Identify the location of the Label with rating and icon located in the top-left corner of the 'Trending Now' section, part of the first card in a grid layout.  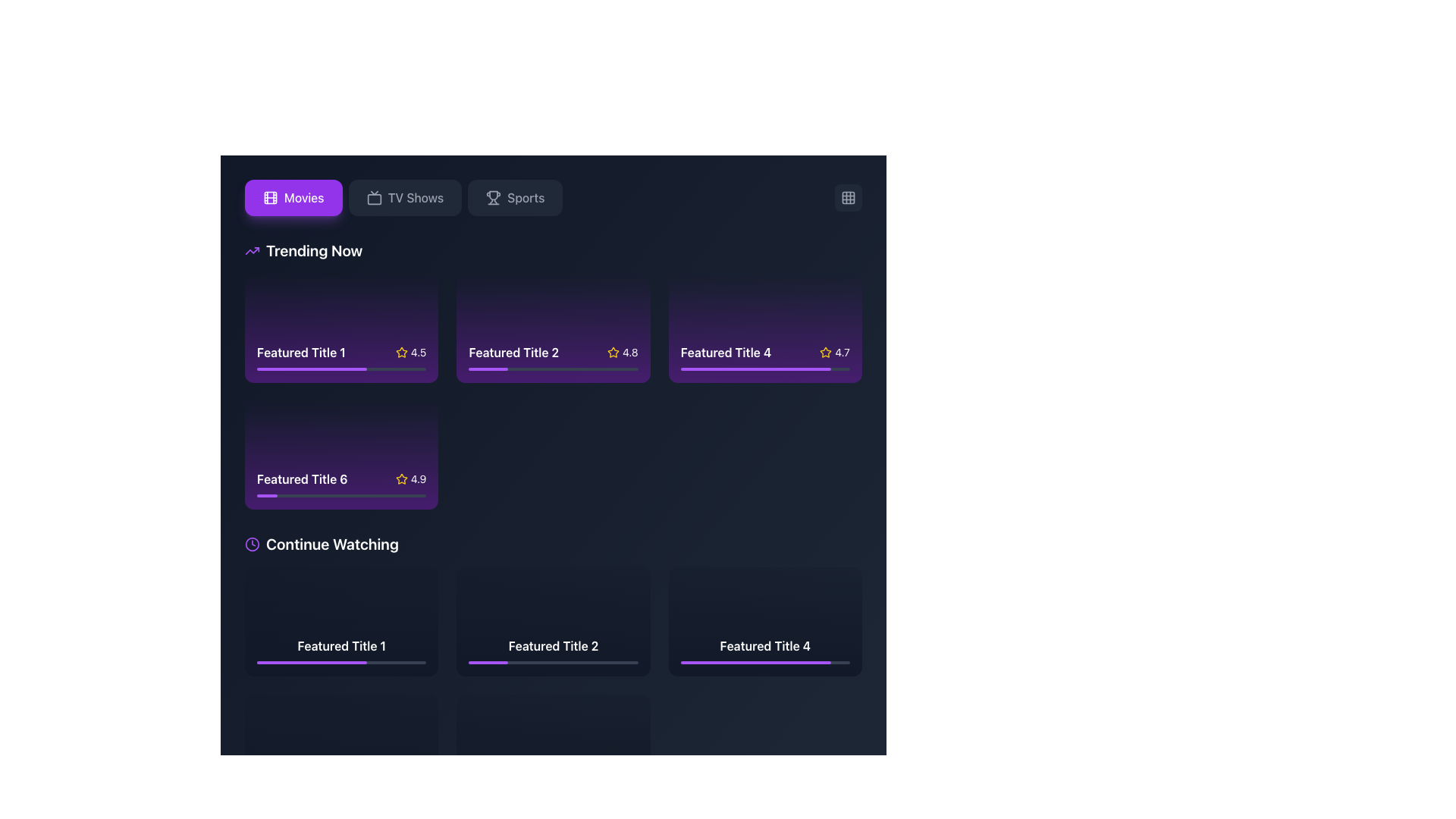
(340, 352).